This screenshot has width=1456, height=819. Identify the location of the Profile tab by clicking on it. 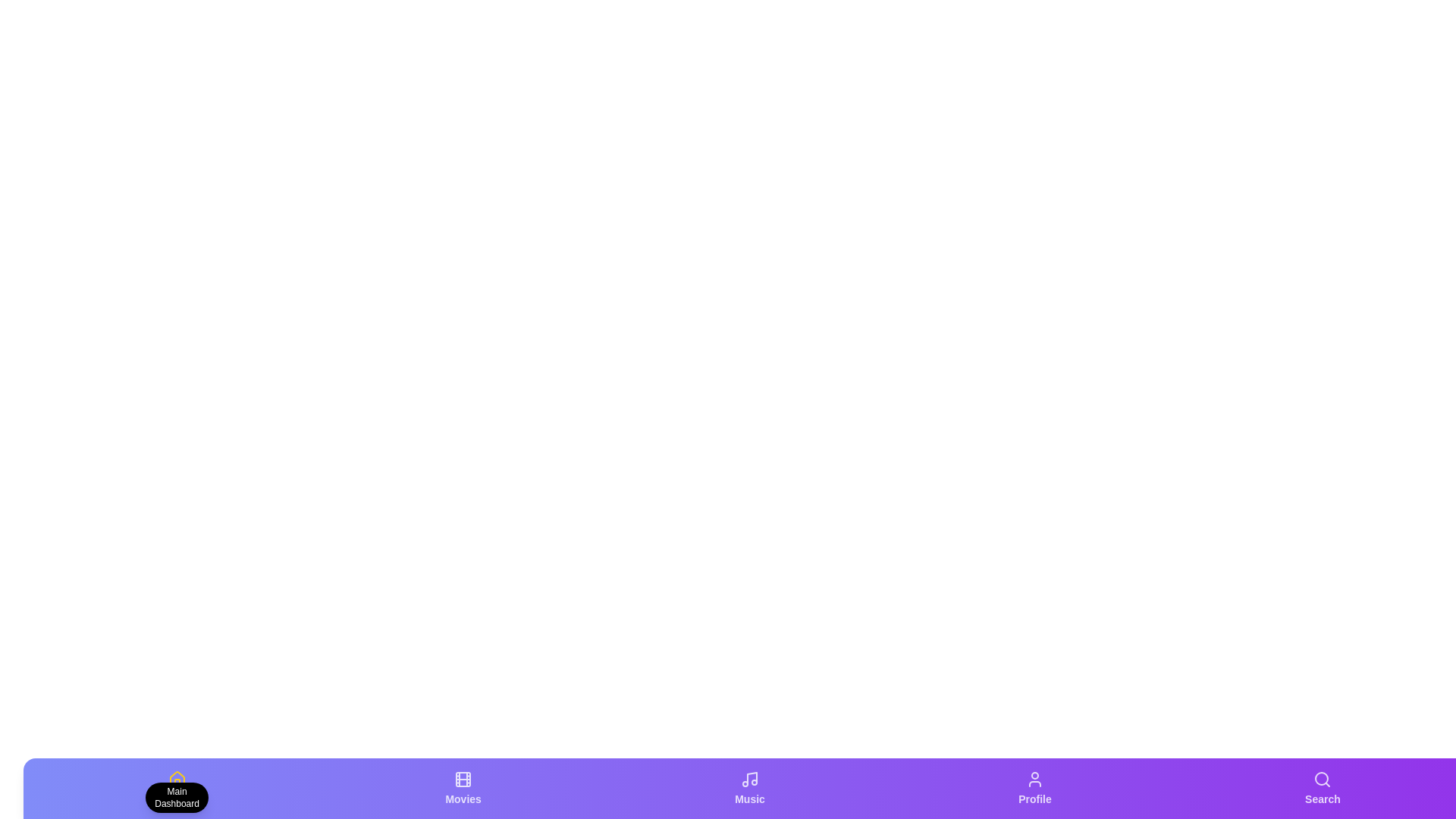
(1033, 788).